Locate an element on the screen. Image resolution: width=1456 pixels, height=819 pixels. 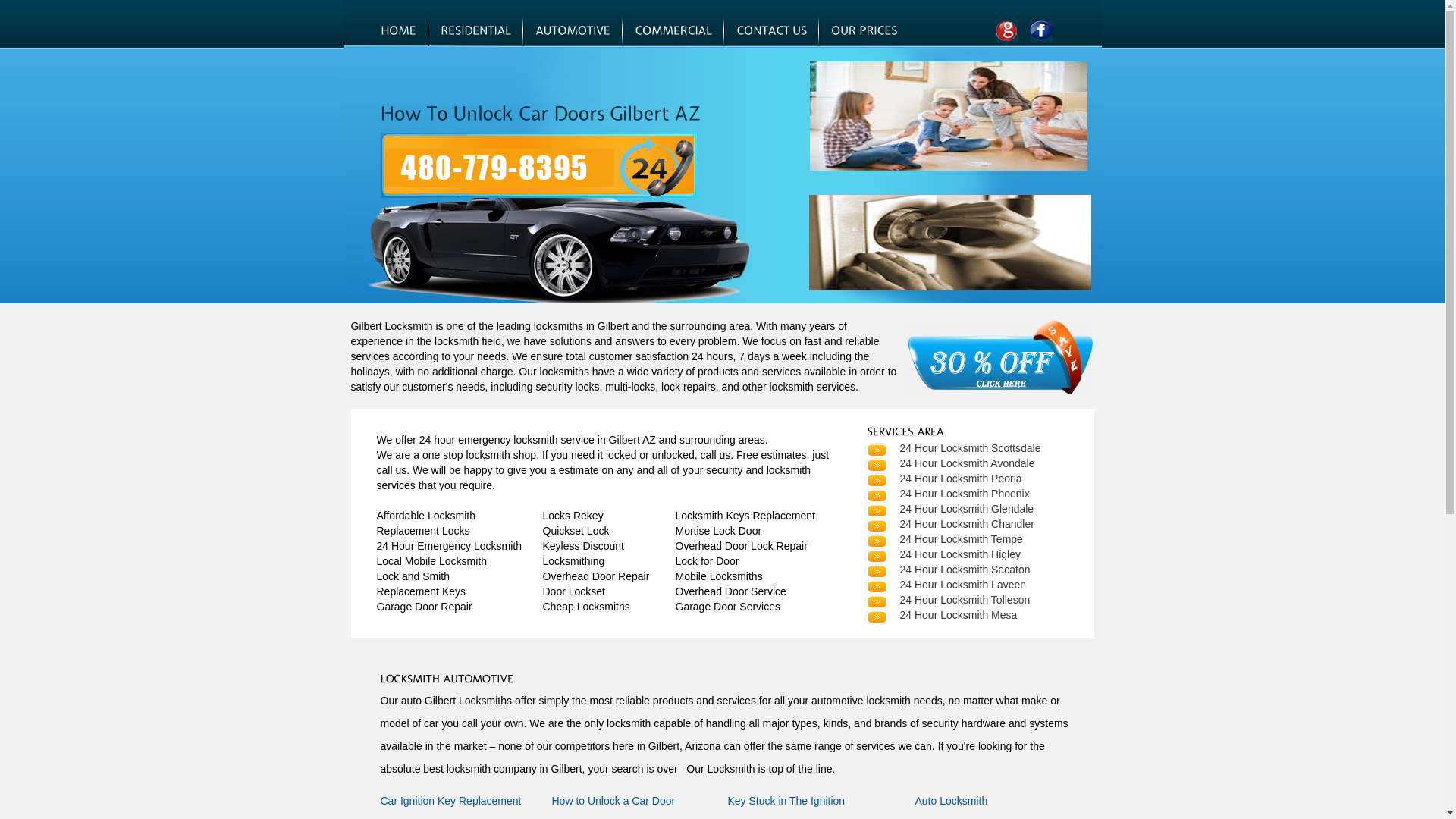
'Mobile Locksmiths' is located at coordinates (673, 576).